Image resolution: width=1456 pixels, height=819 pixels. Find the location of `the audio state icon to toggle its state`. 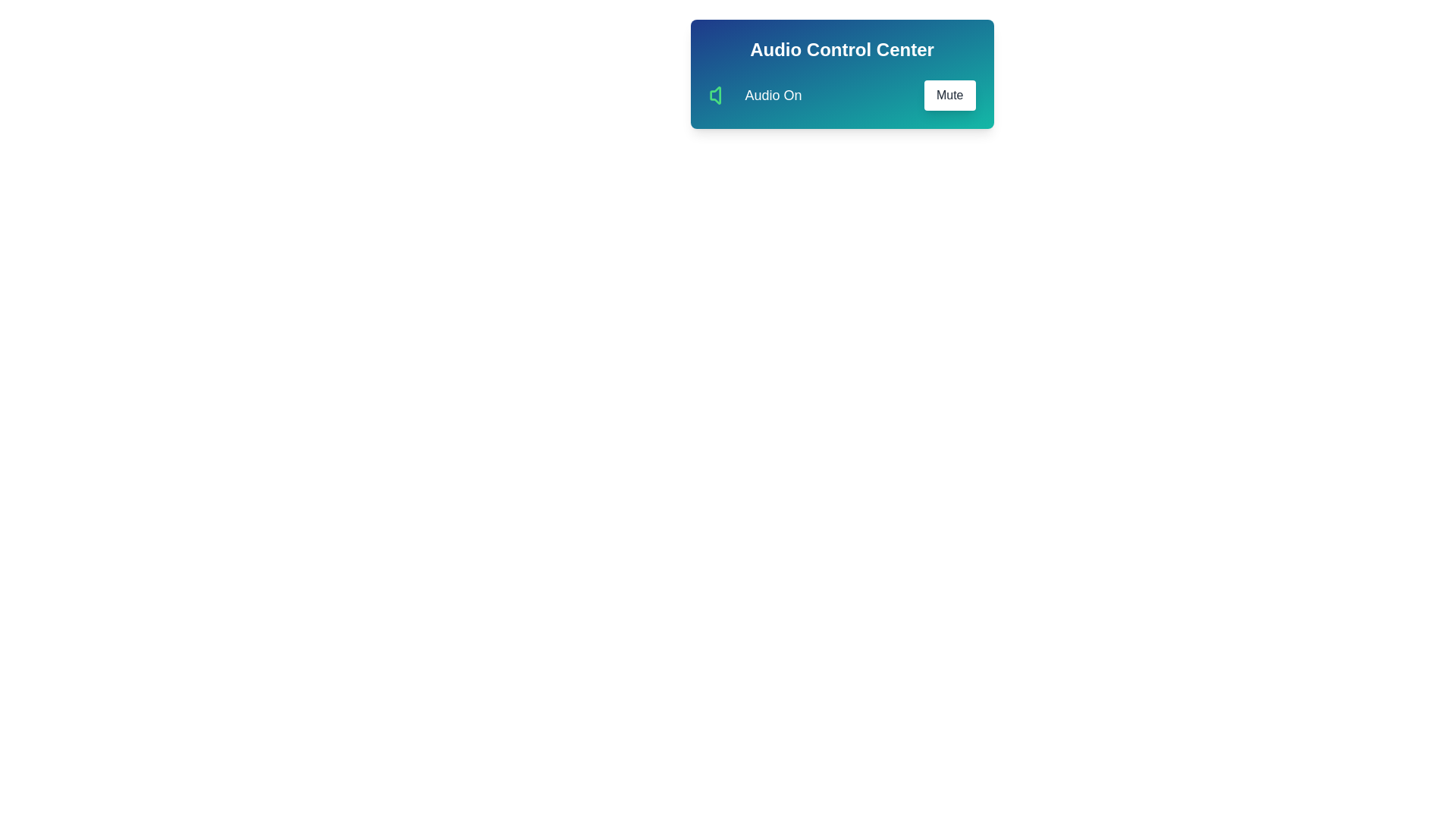

the audio state icon to toggle its state is located at coordinates (720, 96).